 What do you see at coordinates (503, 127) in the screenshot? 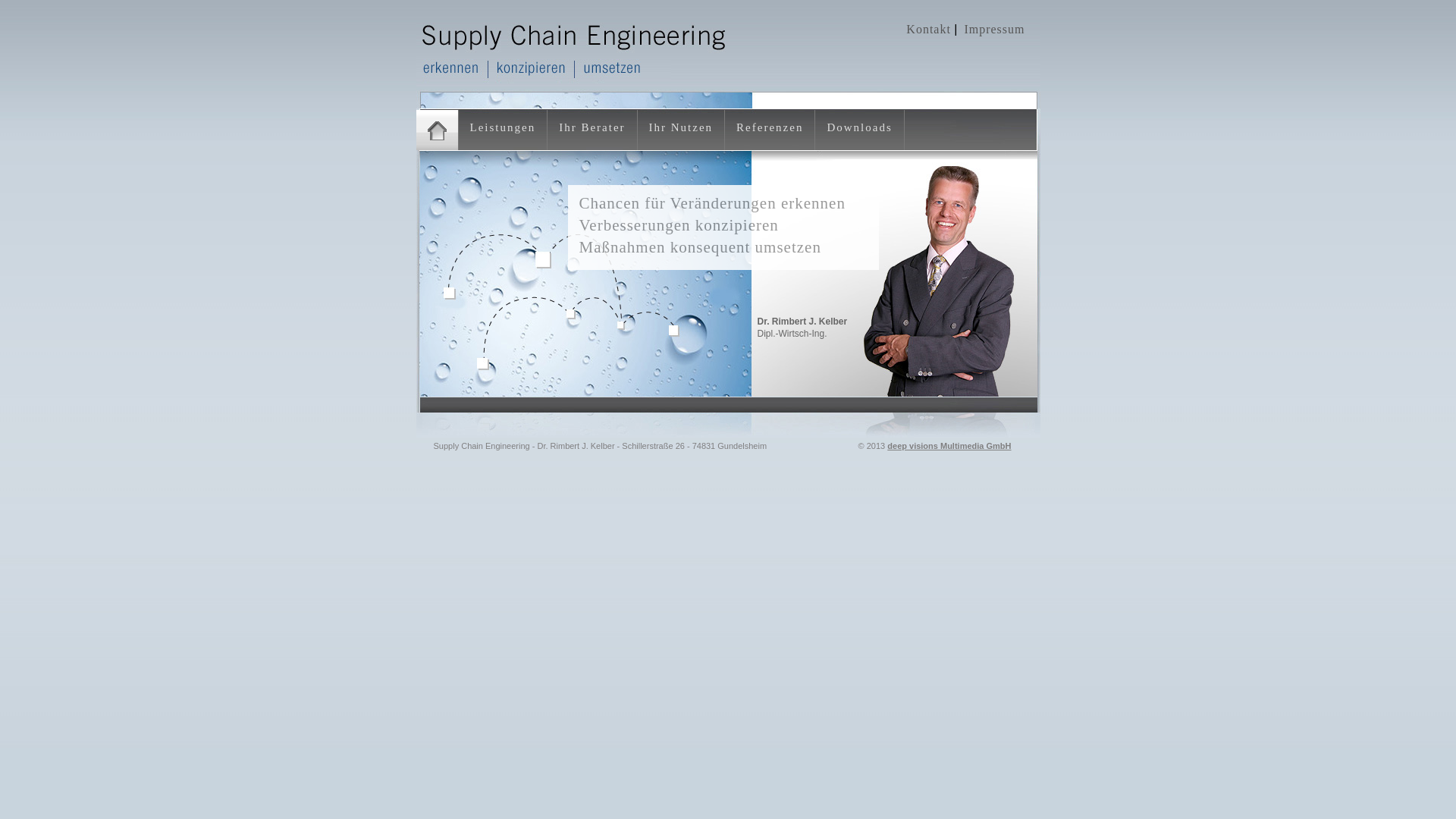
I see `'Leistungen'` at bounding box center [503, 127].